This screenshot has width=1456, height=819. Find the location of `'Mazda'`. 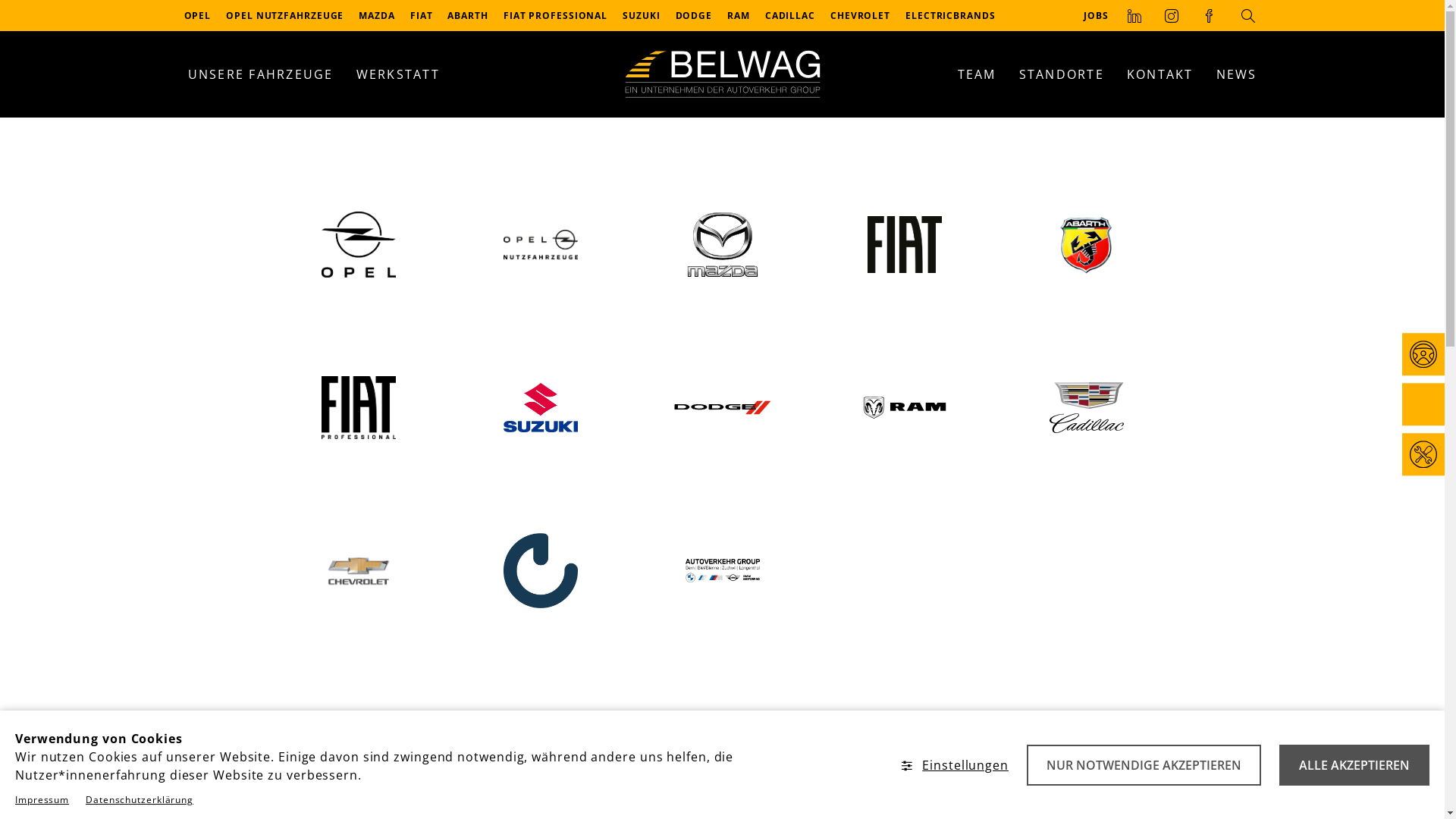

'Mazda' is located at coordinates (722, 243).